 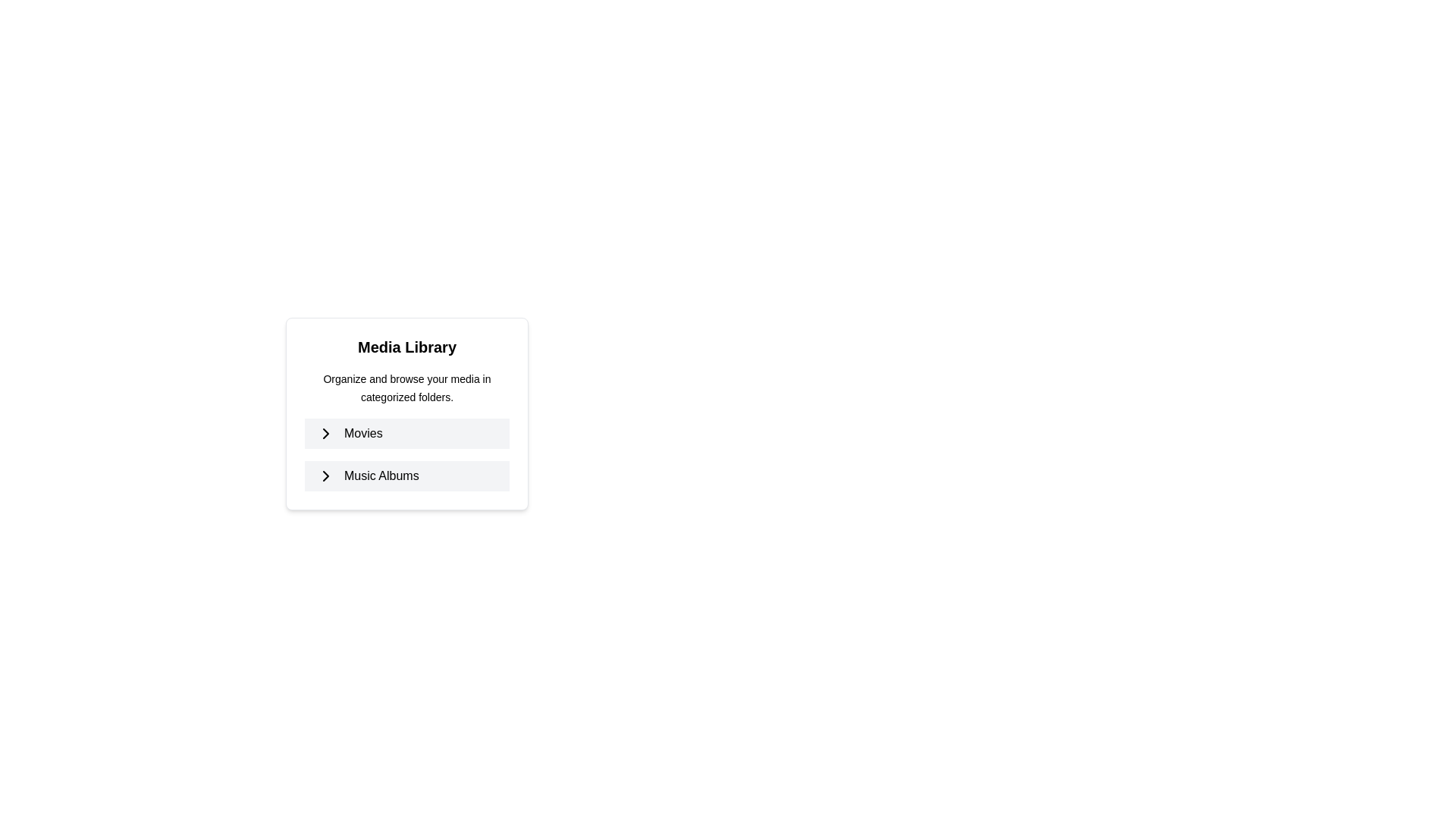 I want to click on the black arrow icon pointing right, located to the left of the 'Movies' text, so click(x=325, y=433).